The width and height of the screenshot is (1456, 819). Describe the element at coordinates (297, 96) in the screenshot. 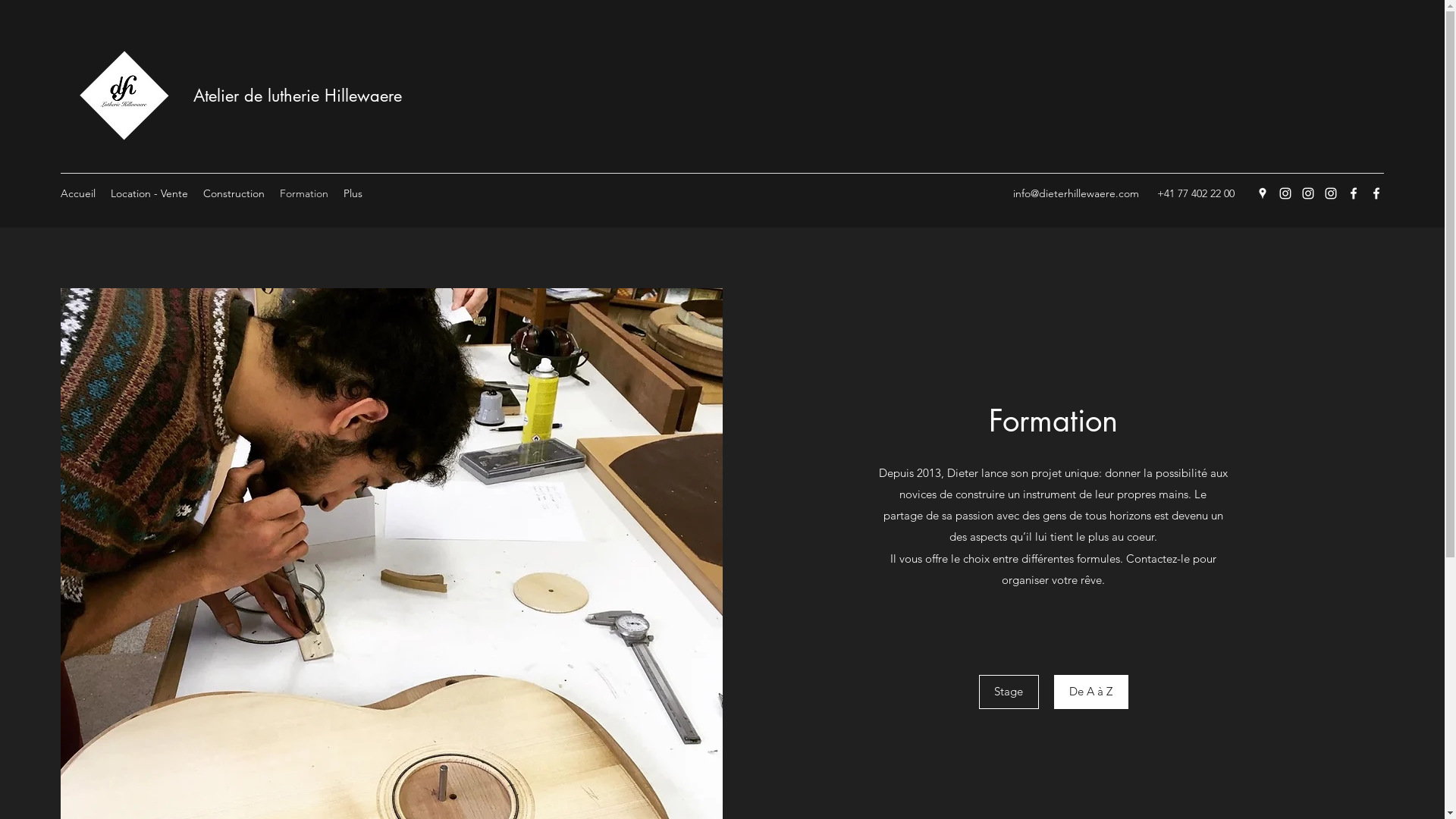

I see `'Atelier de lutherie Hillewaere'` at that location.